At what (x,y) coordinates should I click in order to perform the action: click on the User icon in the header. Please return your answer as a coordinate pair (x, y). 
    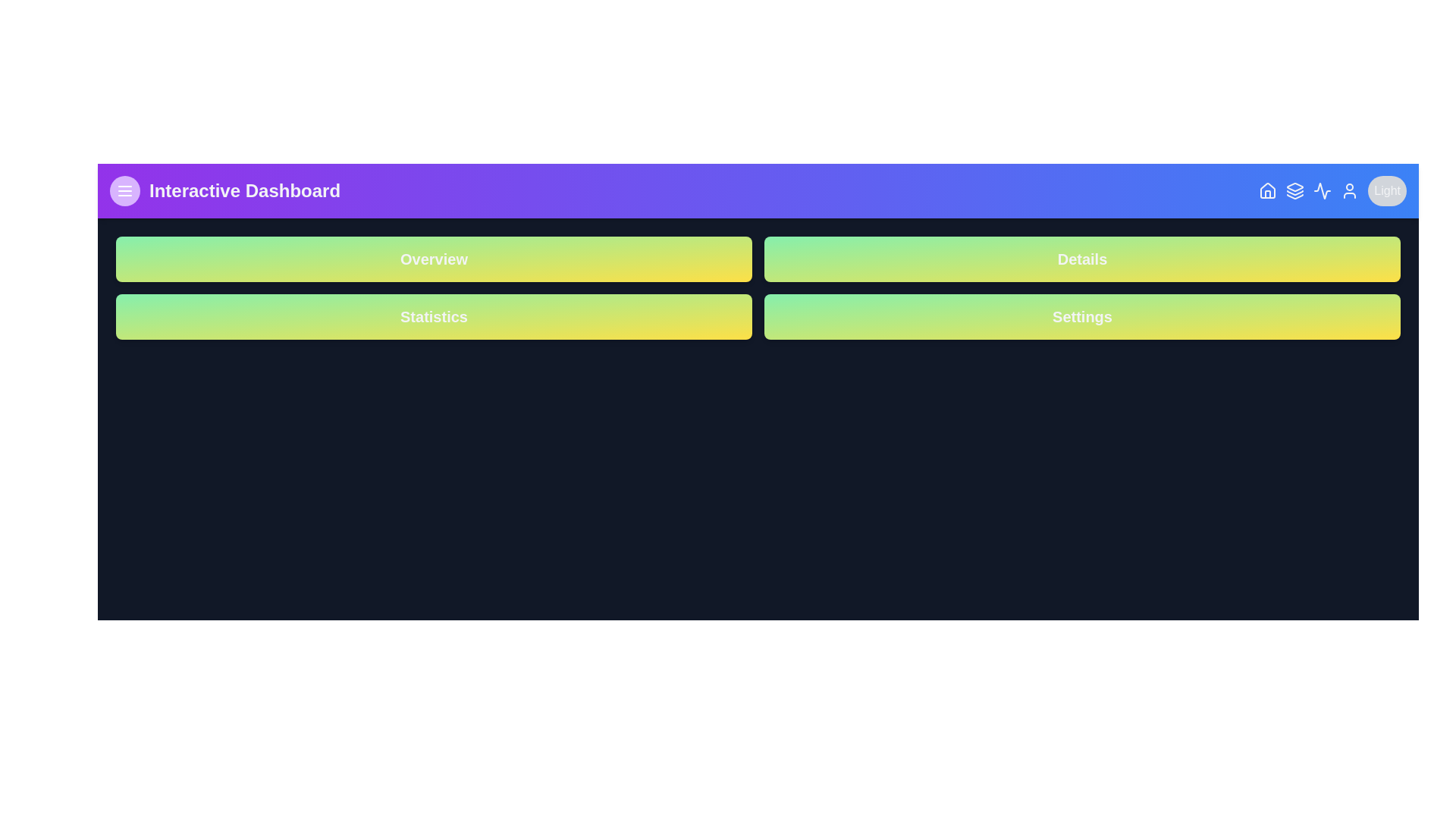
    Looking at the image, I should click on (1350, 190).